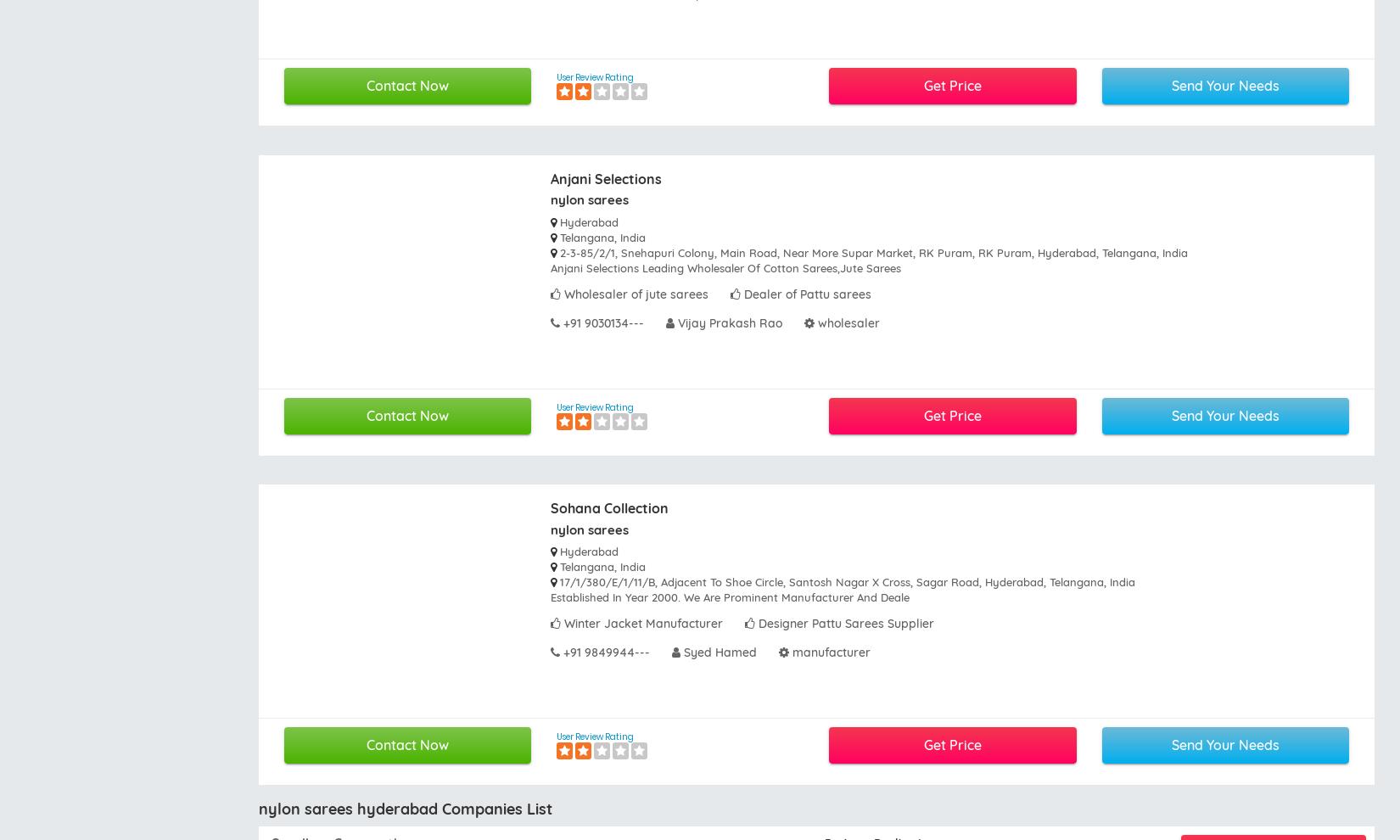  Describe the element at coordinates (769, 574) in the screenshot. I see `'Contact Us'` at that location.